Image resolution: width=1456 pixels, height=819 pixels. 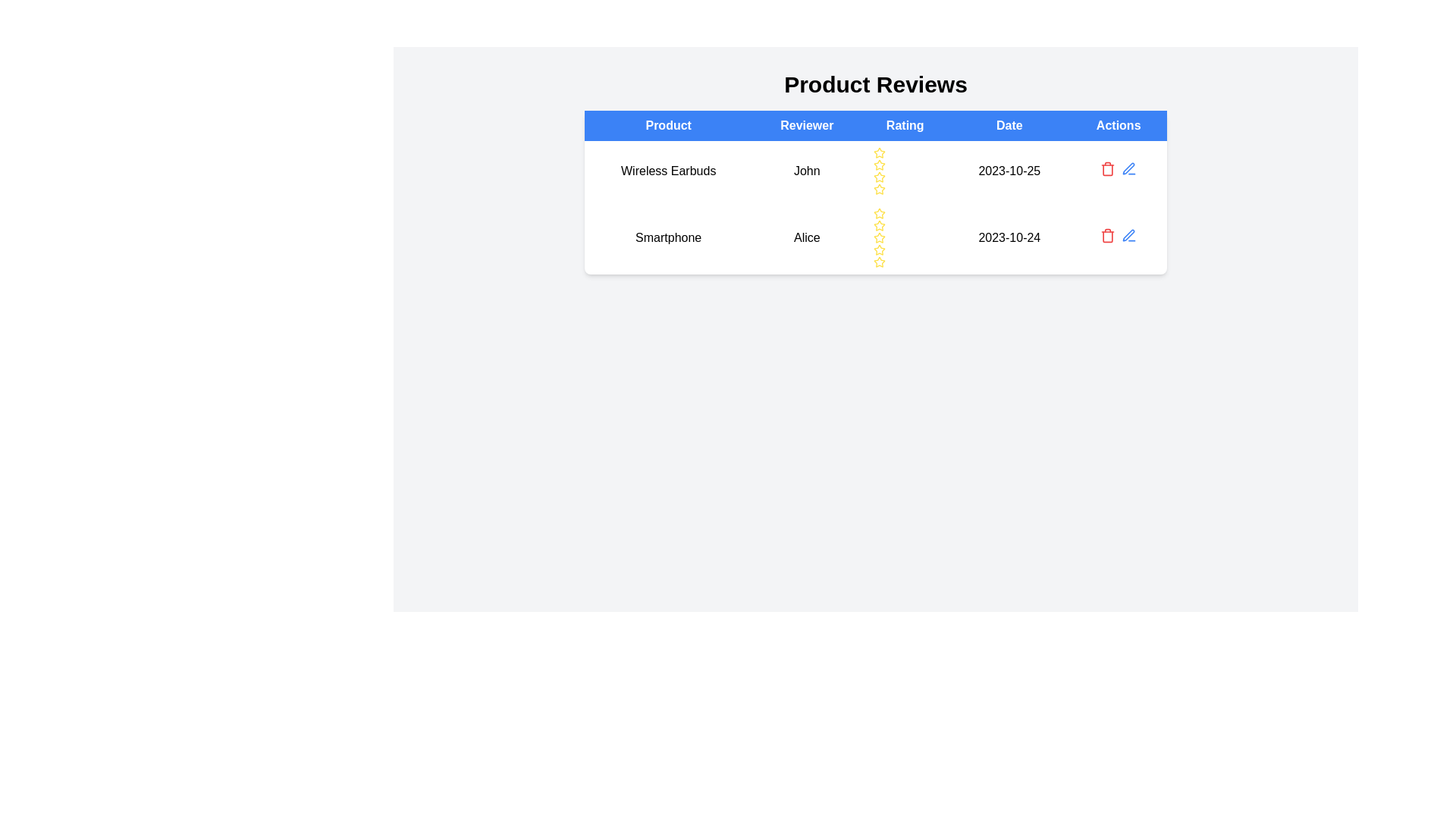 What do you see at coordinates (880, 176) in the screenshot?
I see `the second star icon in the rating component for the product 'Wireless Earbuds' reviewed by 'John'` at bounding box center [880, 176].